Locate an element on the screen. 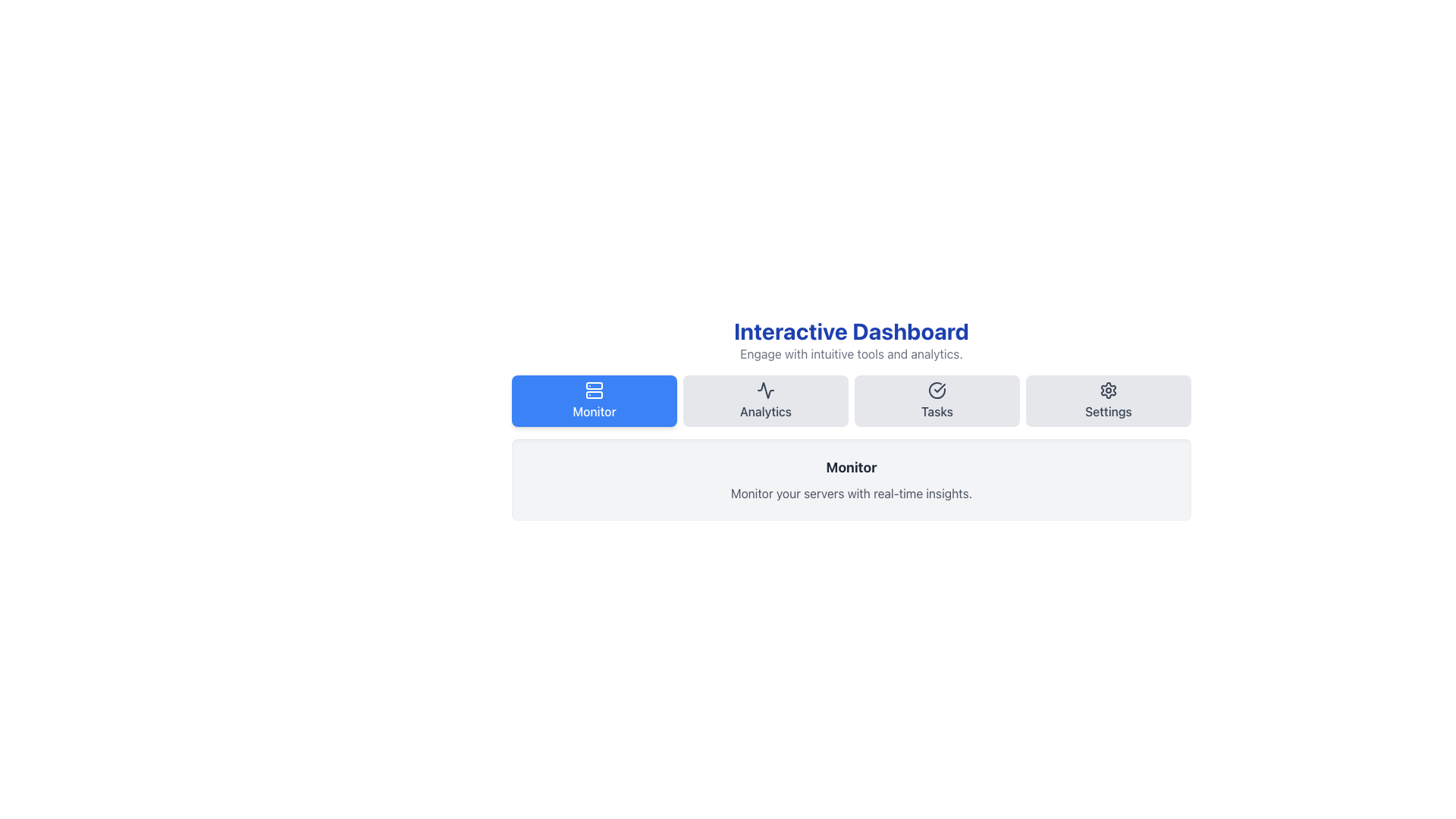 This screenshot has height=819, width=1456. text label identifying the analytics functionality in the navigation menu, located below the graph icon is located at coordinates (765, 412).